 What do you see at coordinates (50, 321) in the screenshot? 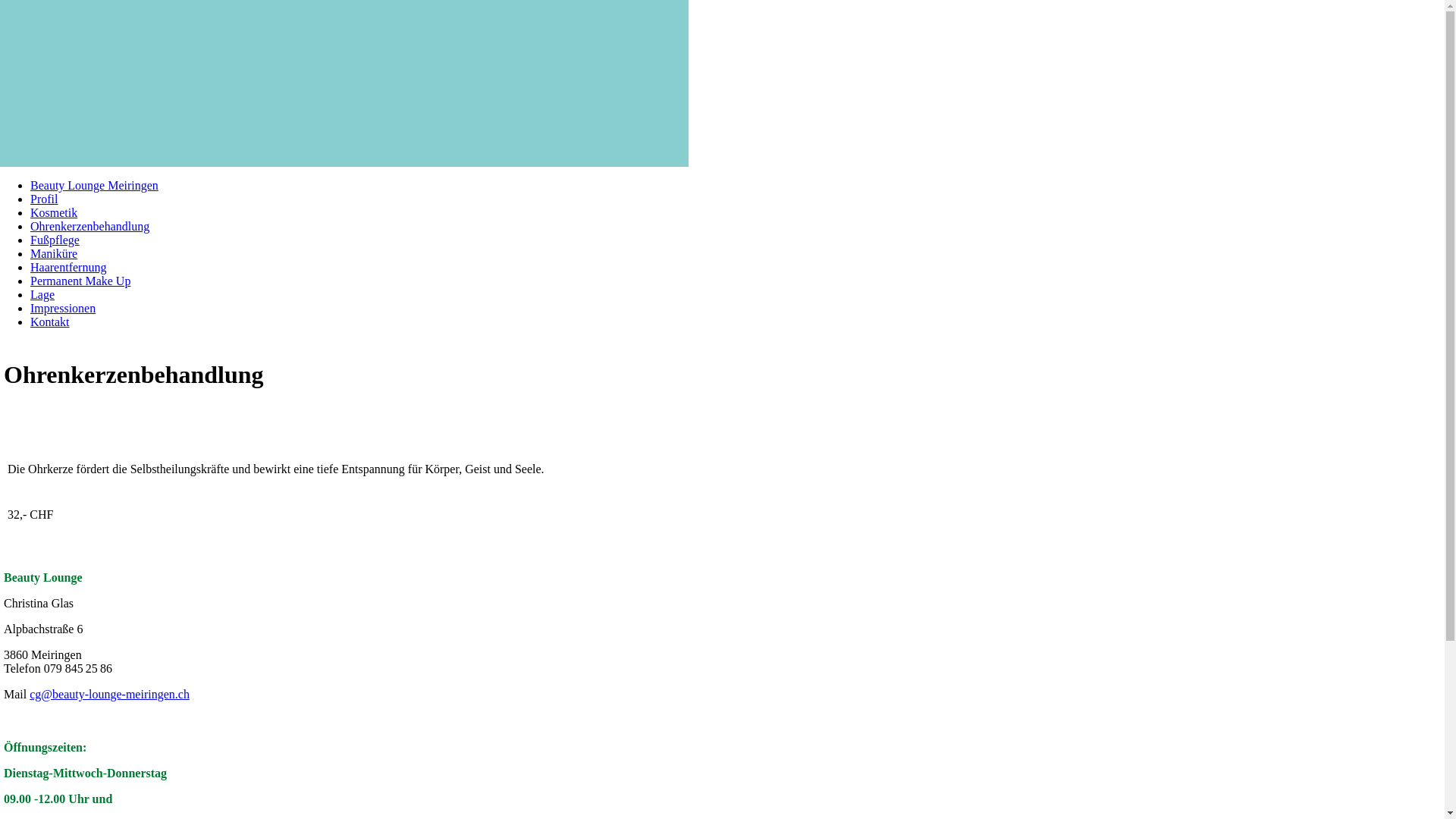
I see `'Kontakt'` at bounding box center [50, 321].